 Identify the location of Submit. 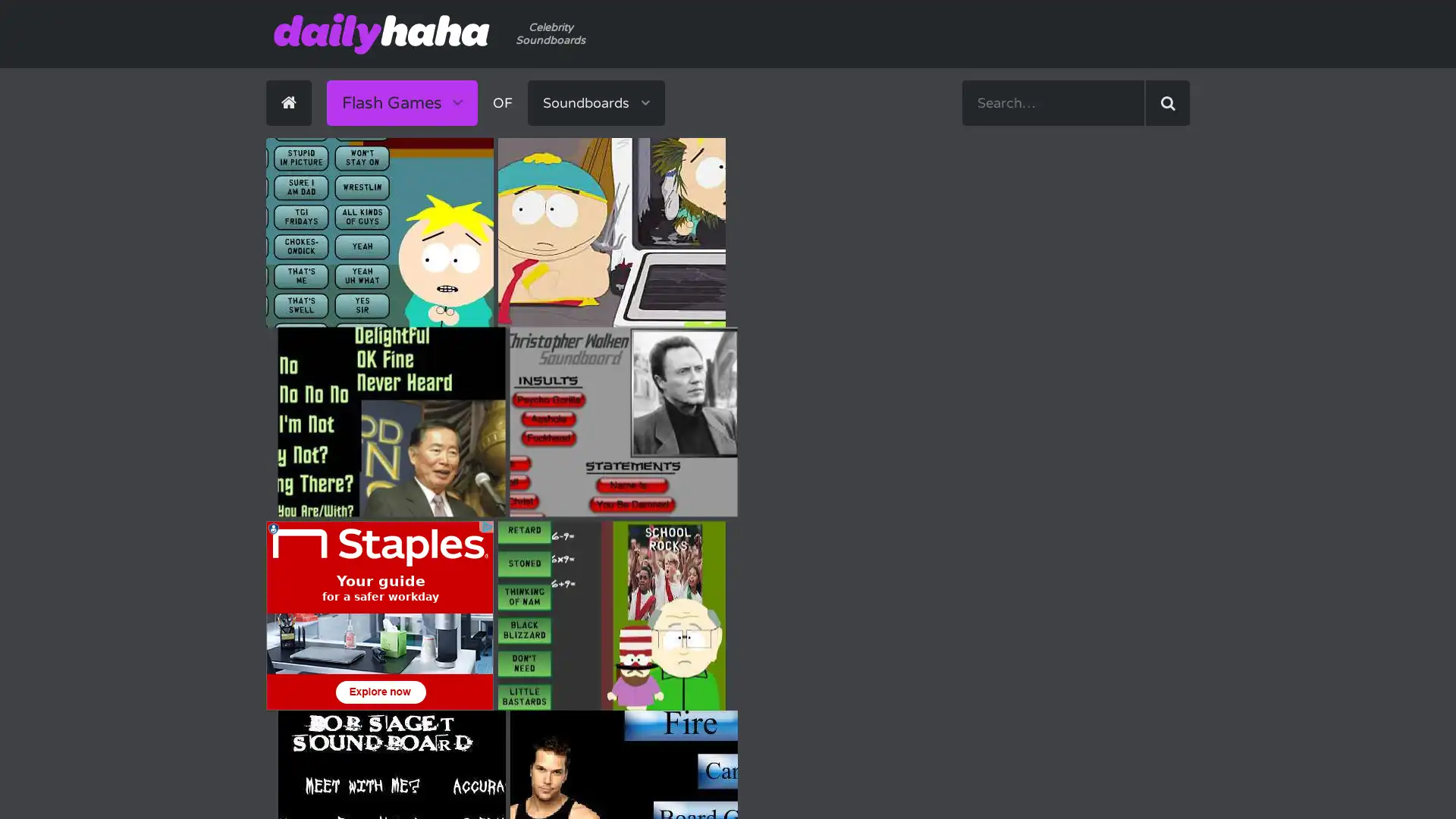
(1166, 102).